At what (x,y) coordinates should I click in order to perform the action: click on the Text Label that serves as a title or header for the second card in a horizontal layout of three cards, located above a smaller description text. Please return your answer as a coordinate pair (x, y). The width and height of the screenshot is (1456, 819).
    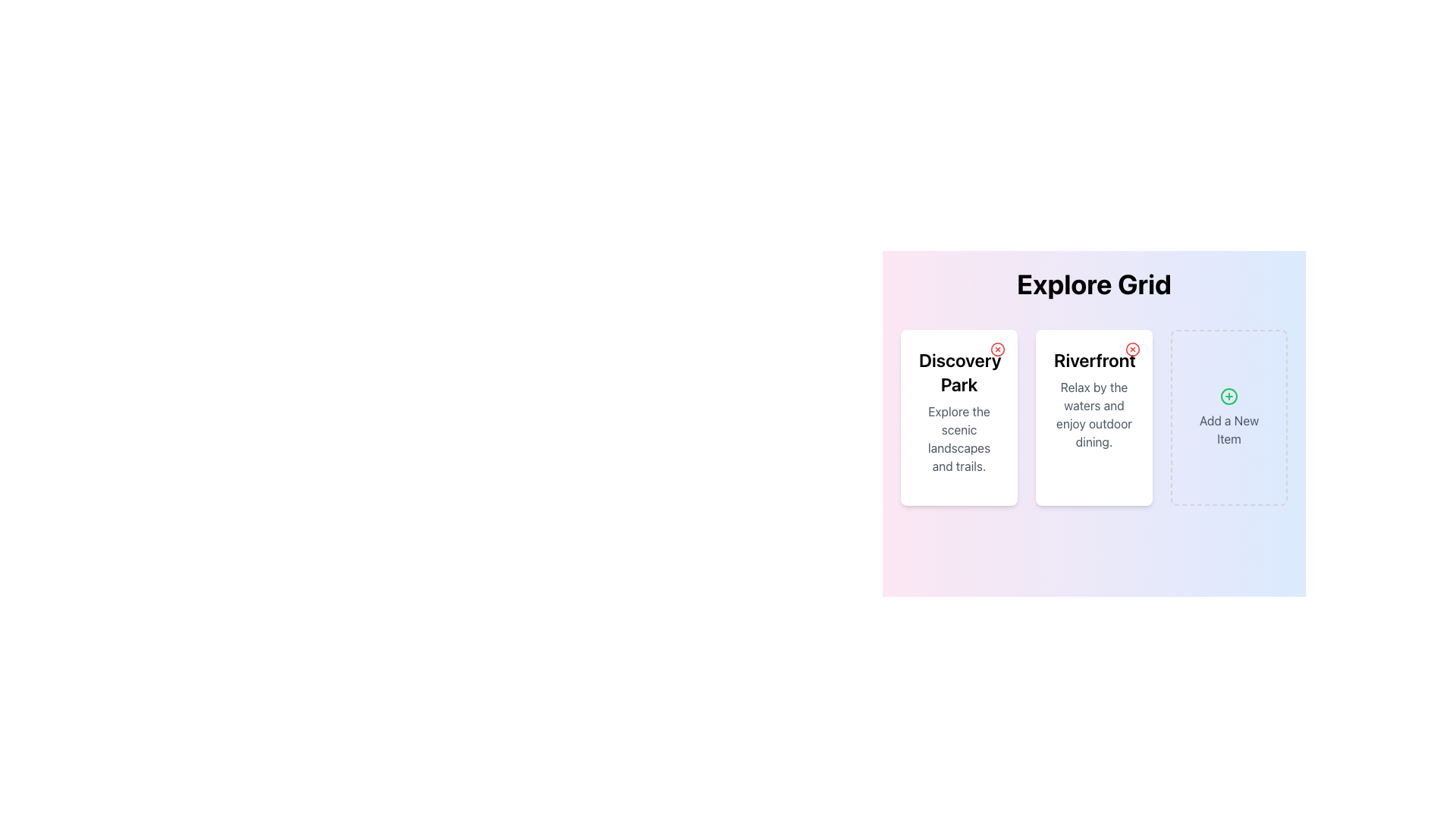
    Looking at the image, I should click on (1094, 359).